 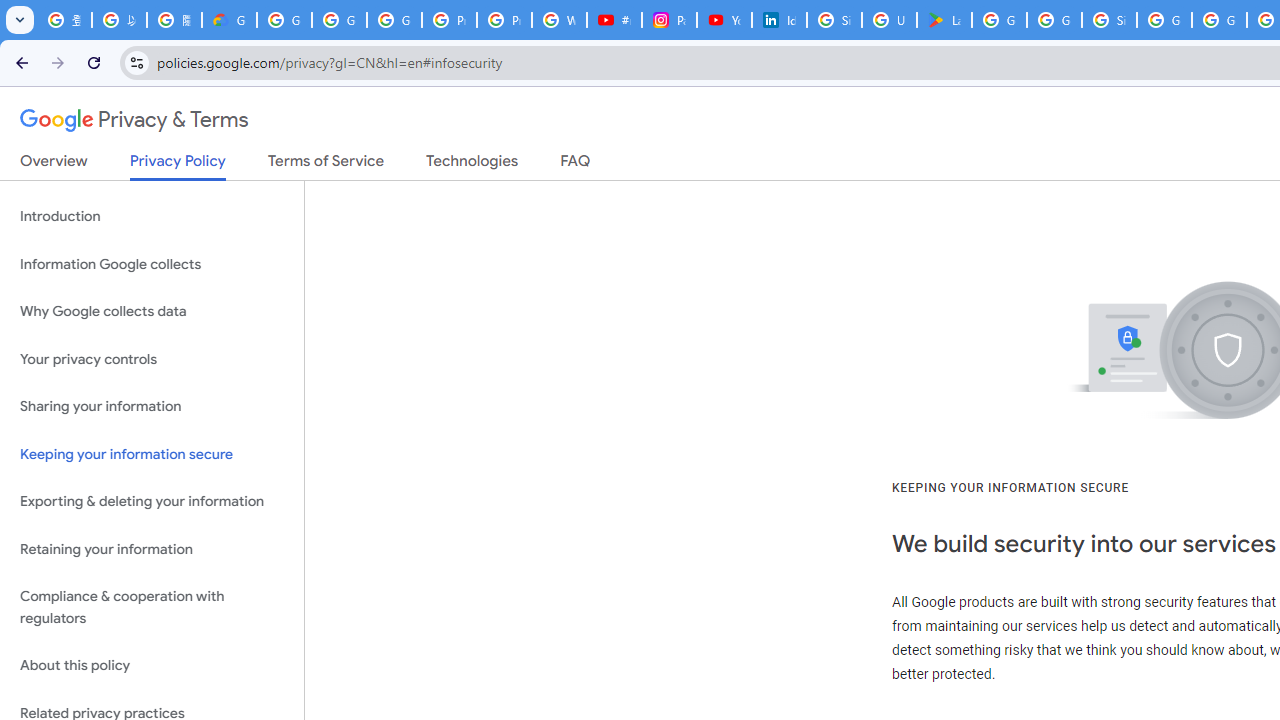 I want to click on 'Compliance & cooperation with regulators', so click(x=151, y=607).